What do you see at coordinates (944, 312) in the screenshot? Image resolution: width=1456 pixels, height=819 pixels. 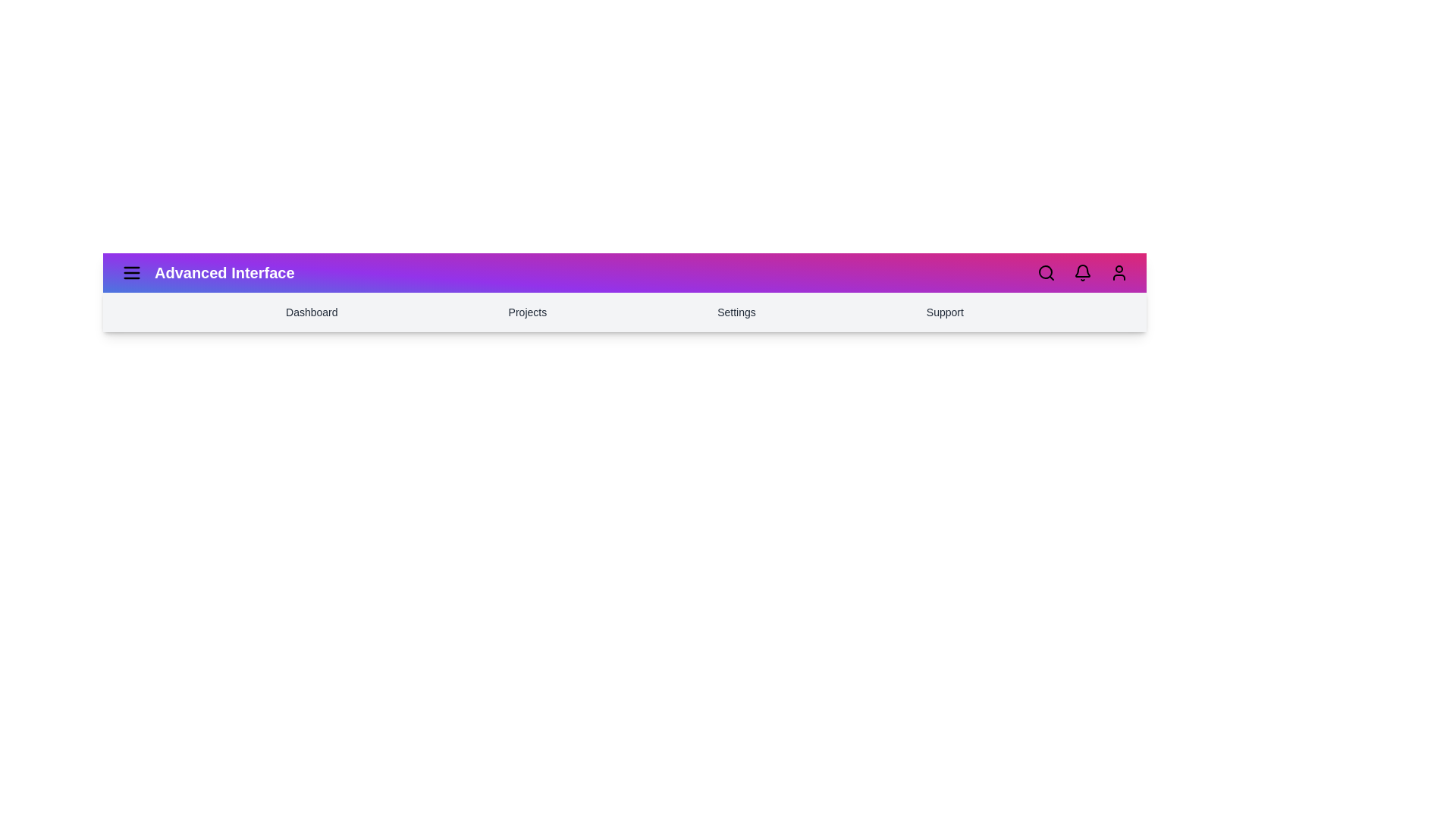 I see `the menu item Support to navigate to the respective section` at bounding box center [944, 312].